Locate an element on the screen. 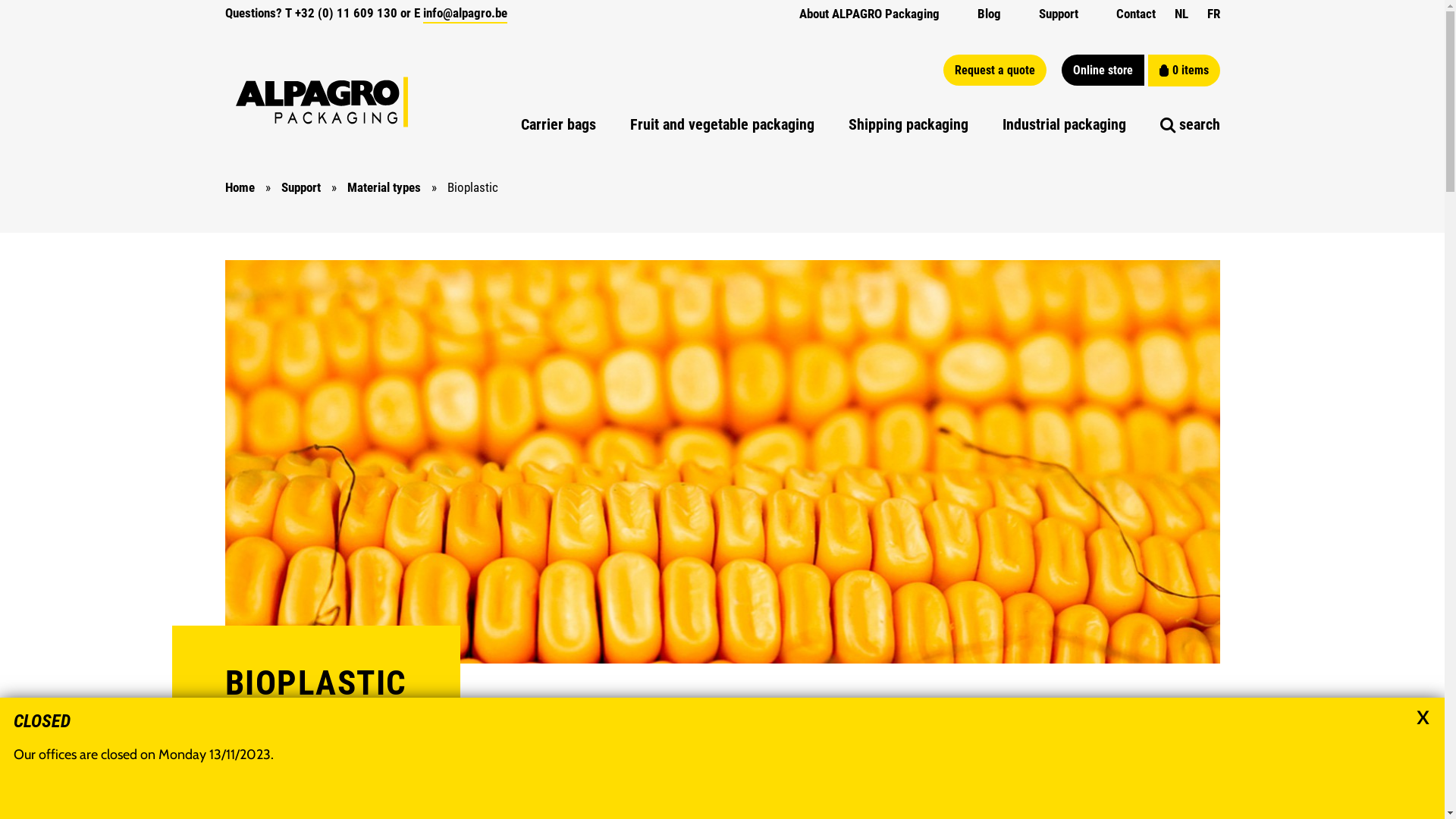 The width and height of the screenshot is (1456, 819). 'NL' is located at coordinates (1173, 14).